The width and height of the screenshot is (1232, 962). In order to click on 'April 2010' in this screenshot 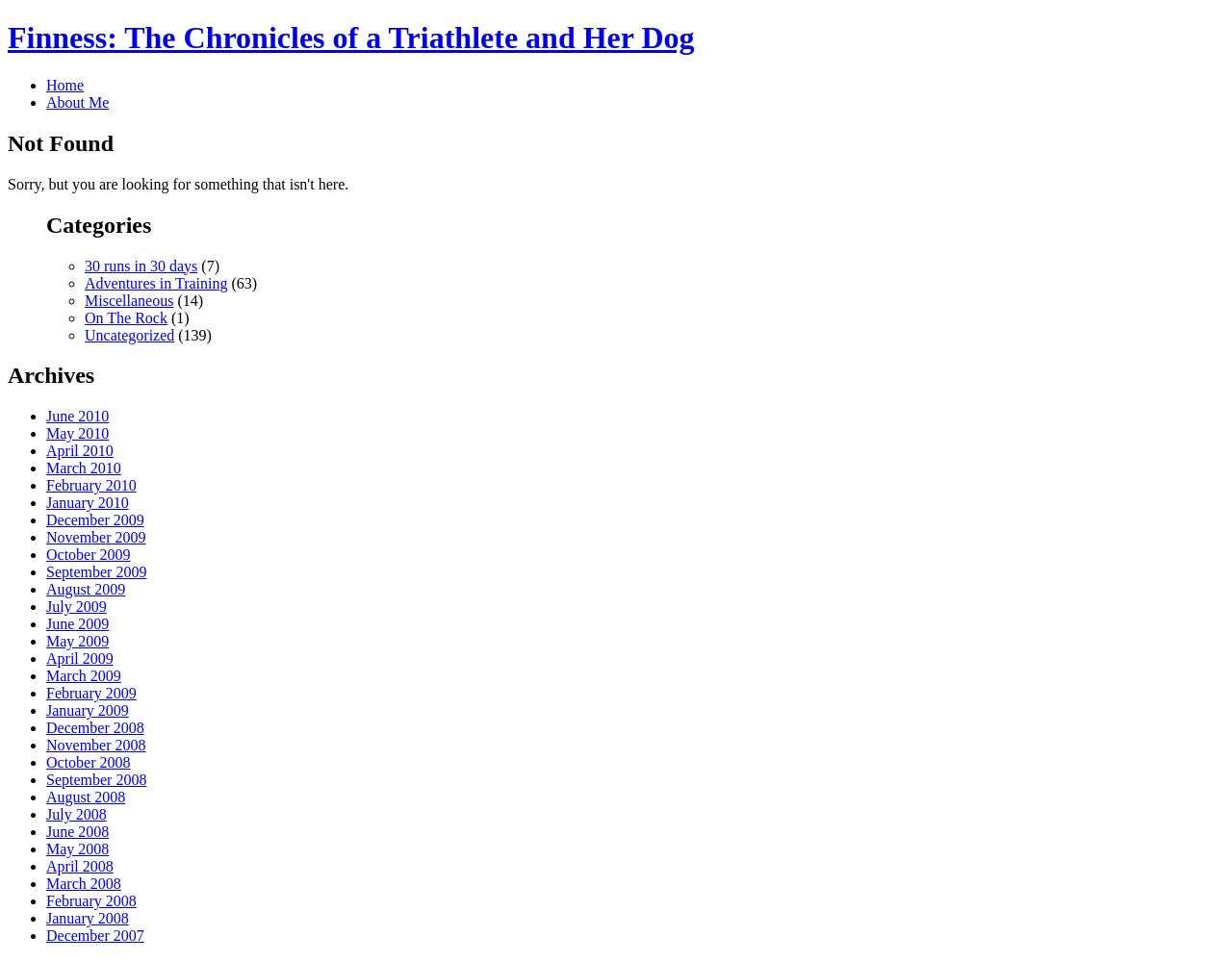, I will do `click(46, 449)`.